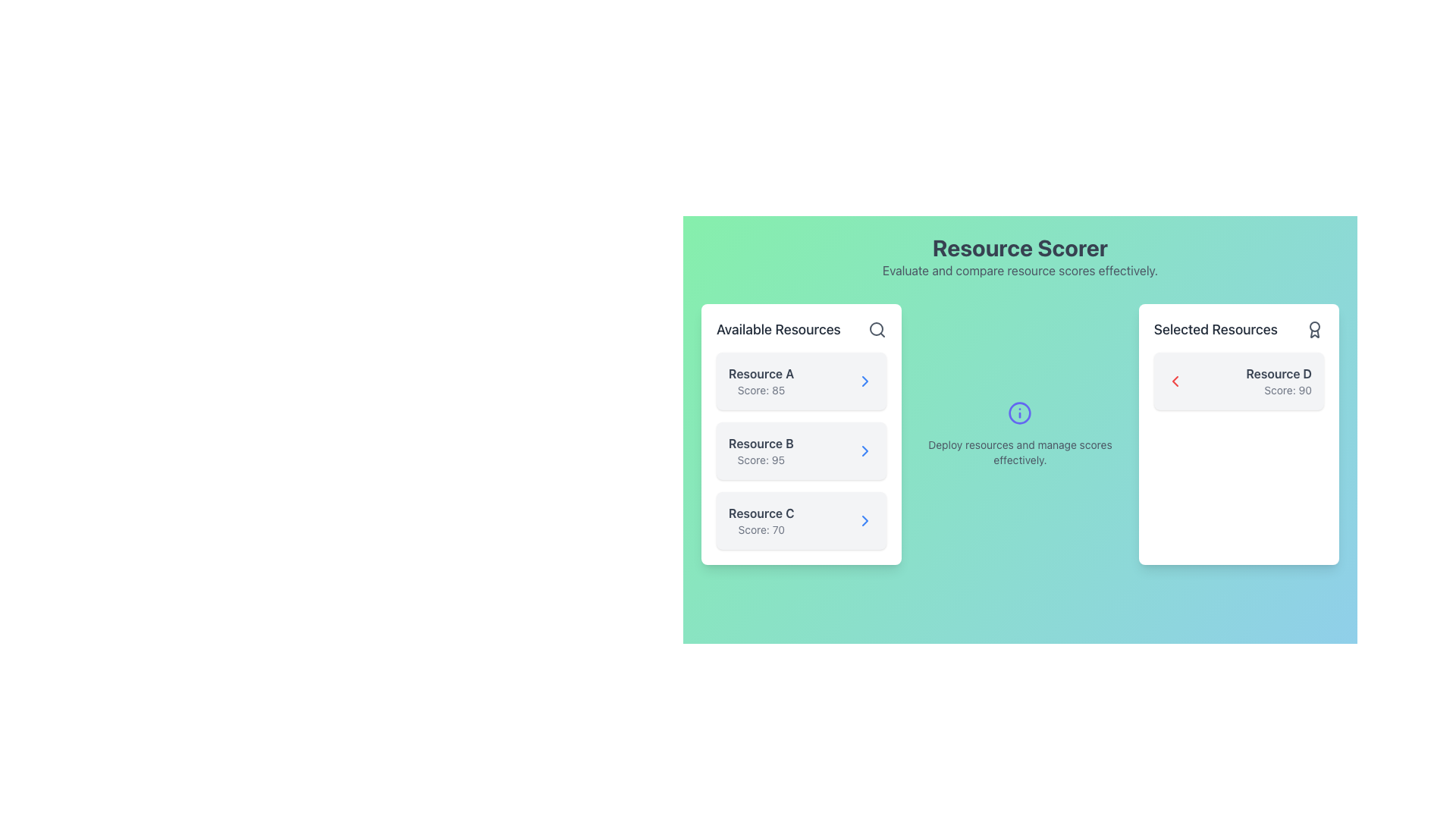  What do you see at coordinates (865, 519) in the screenshot?
I see `the right-pointing chevron icon styled in blue, located in the rightmost corner of the card labeled 'Resource C Score: 70'` at bounding box center [865, 519].